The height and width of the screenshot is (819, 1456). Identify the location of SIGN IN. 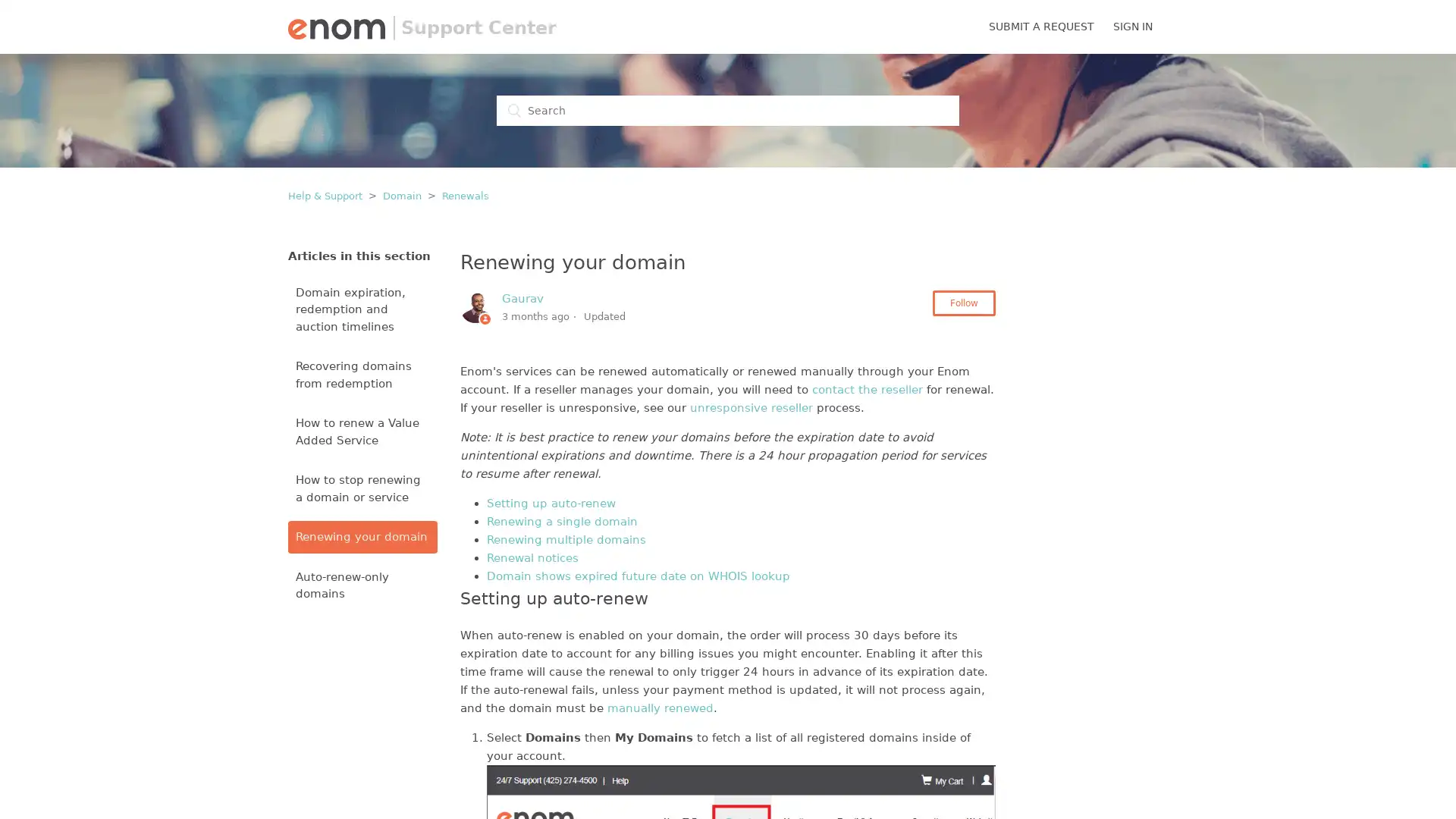
(1140, 26).